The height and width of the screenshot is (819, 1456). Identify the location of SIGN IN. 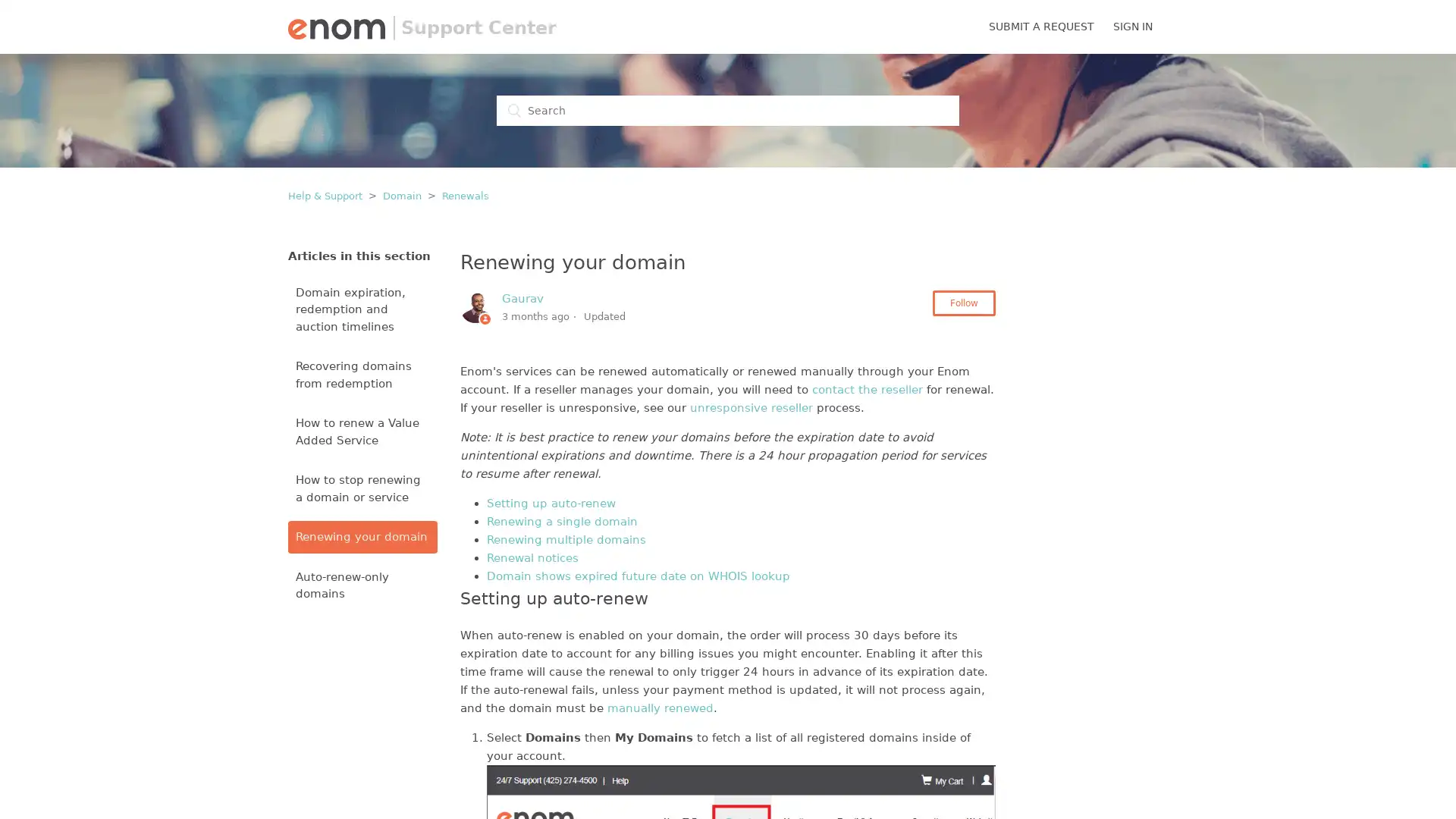
(1140, 26).